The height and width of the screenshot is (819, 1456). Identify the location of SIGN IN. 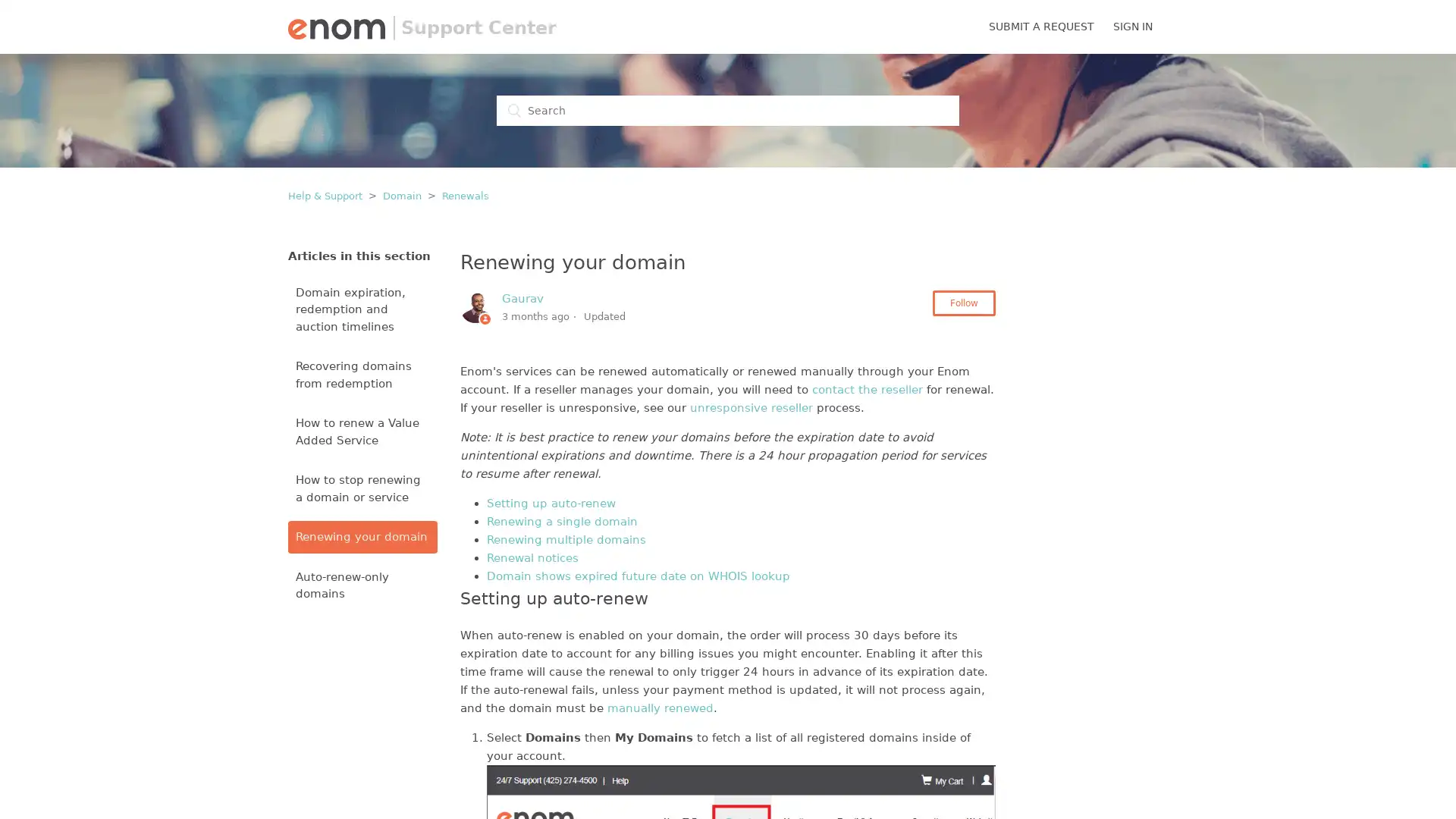
(1140, 26).